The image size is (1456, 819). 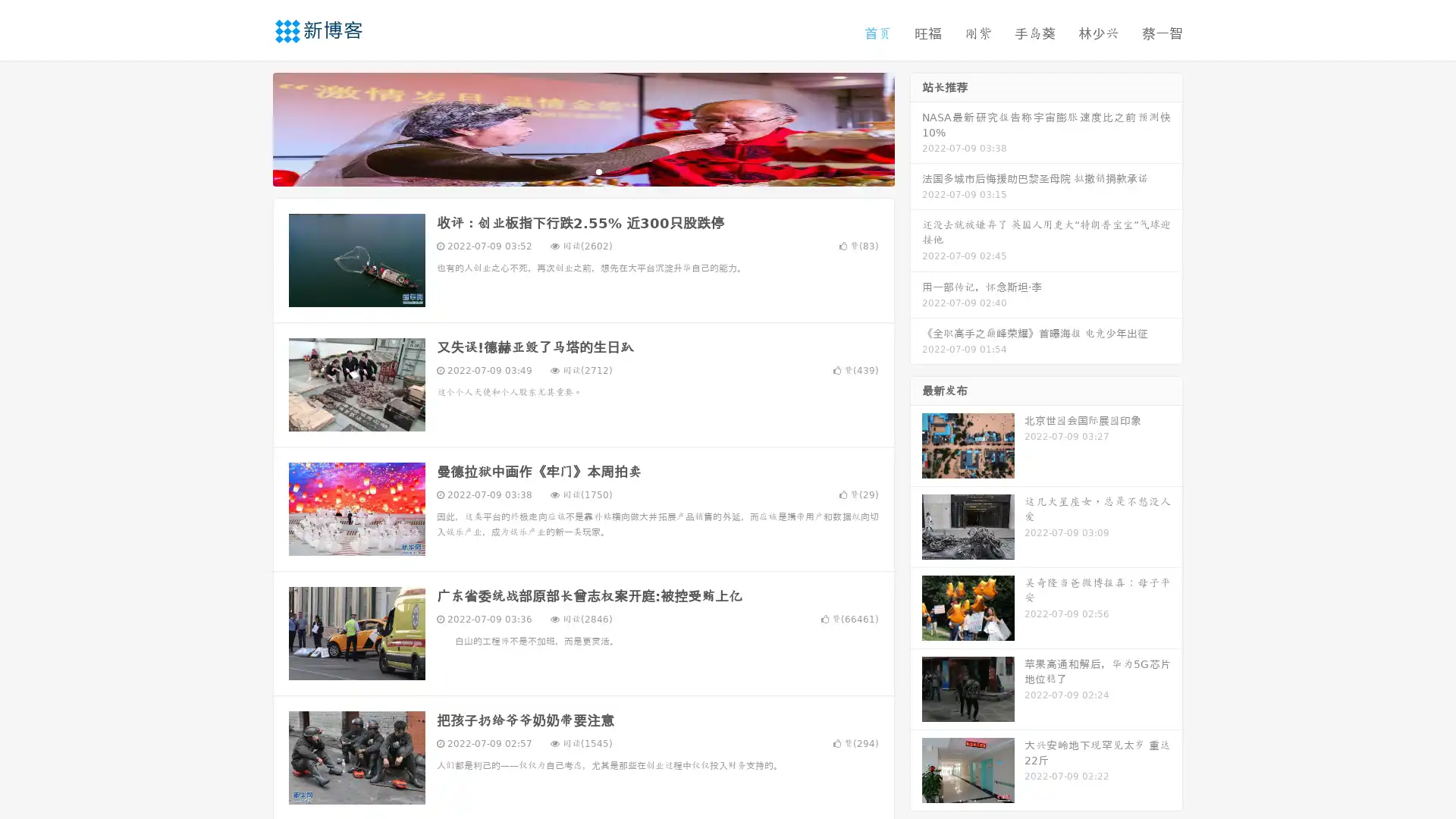 What do you see at coordinates (567, 171) in the screenshot?
I see `Go to slide 1` at bounding box center [567, 171].